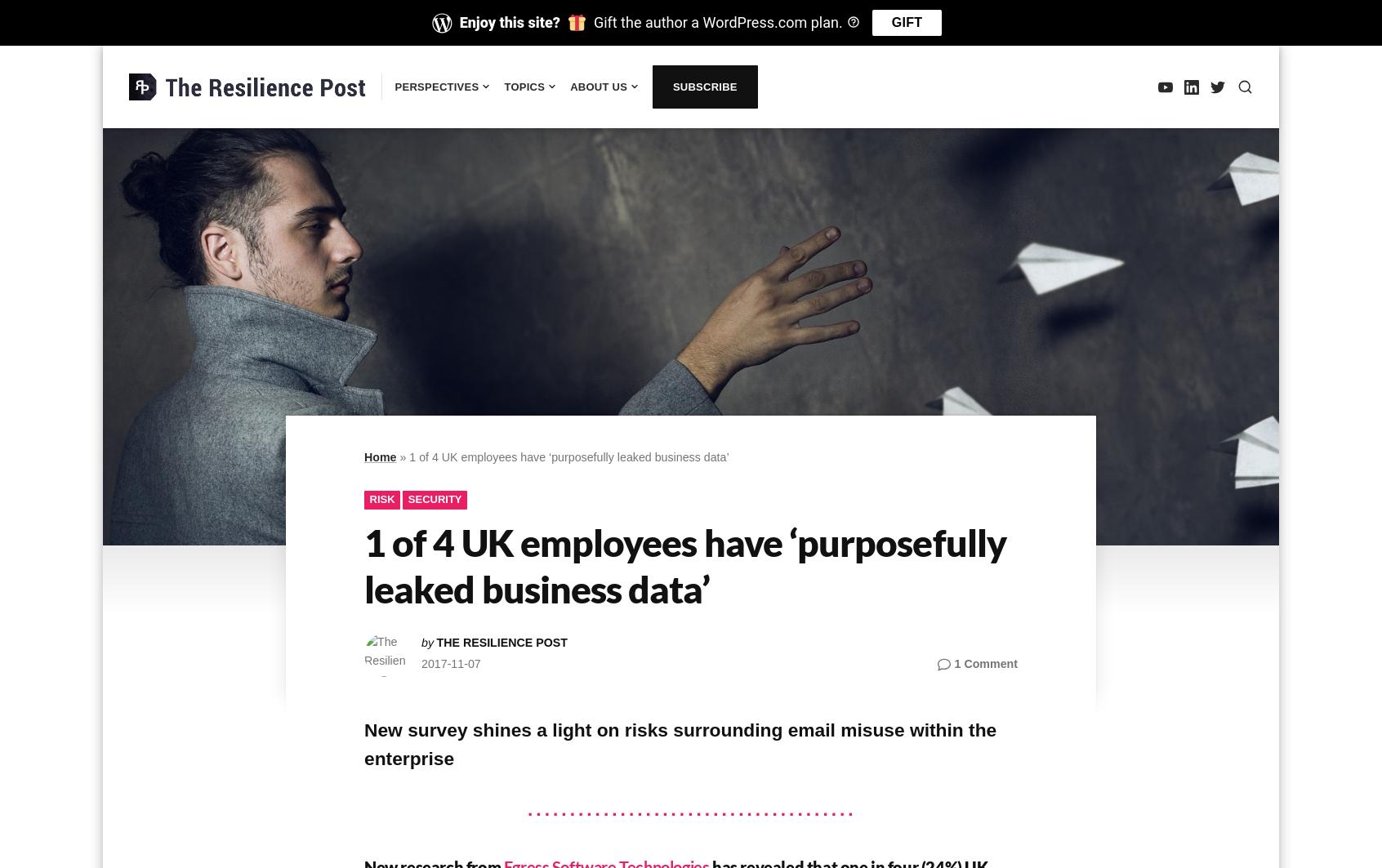  What do you see at coordinates (450, 662) in the screenshot?
I see `'2017-11-07'` at bounding box center [450, 662].